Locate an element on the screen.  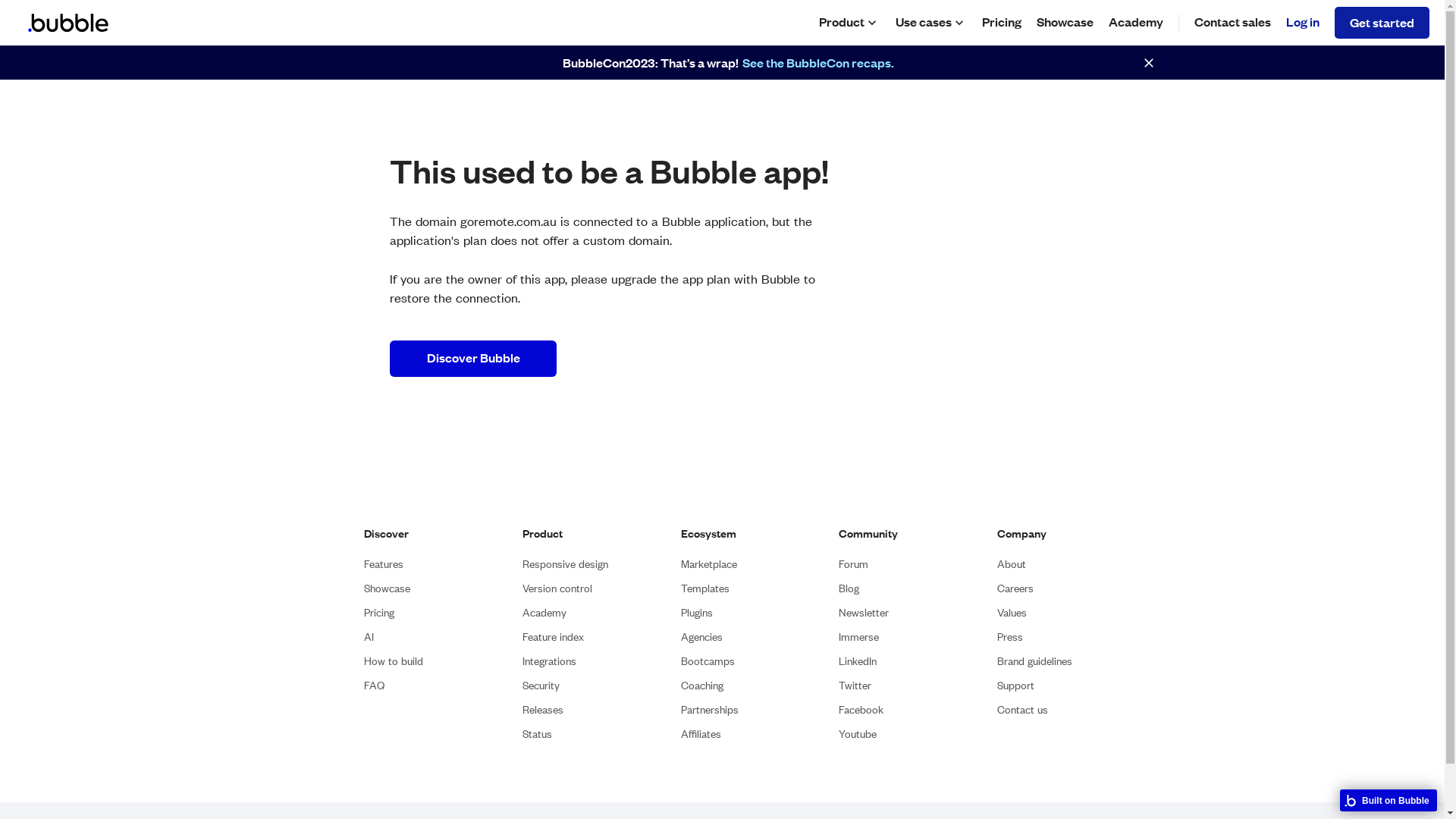
'Marketplace' is located at coordinates (708, 563).